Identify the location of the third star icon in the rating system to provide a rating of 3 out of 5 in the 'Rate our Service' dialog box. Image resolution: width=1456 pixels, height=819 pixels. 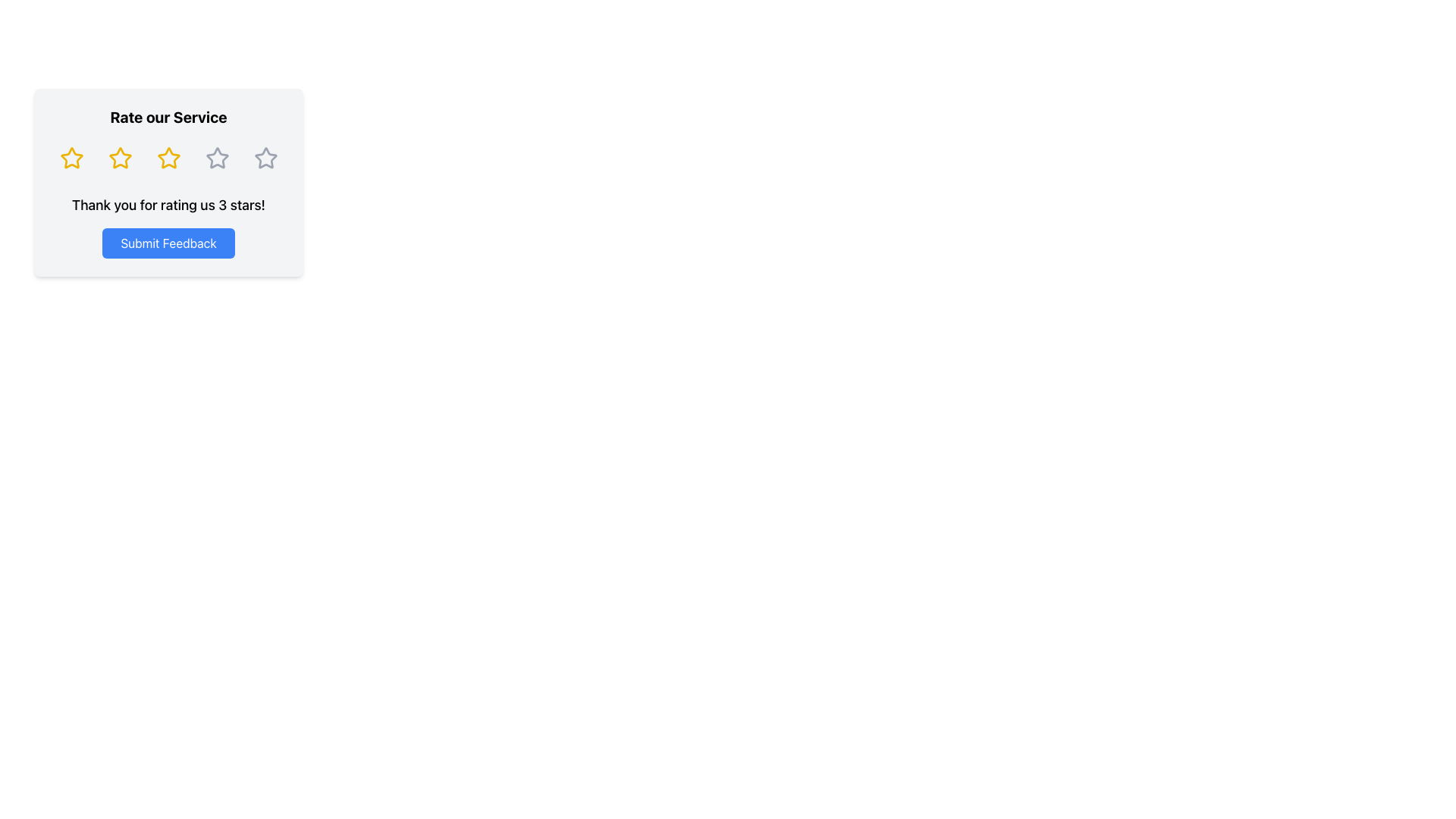
(168, 158).